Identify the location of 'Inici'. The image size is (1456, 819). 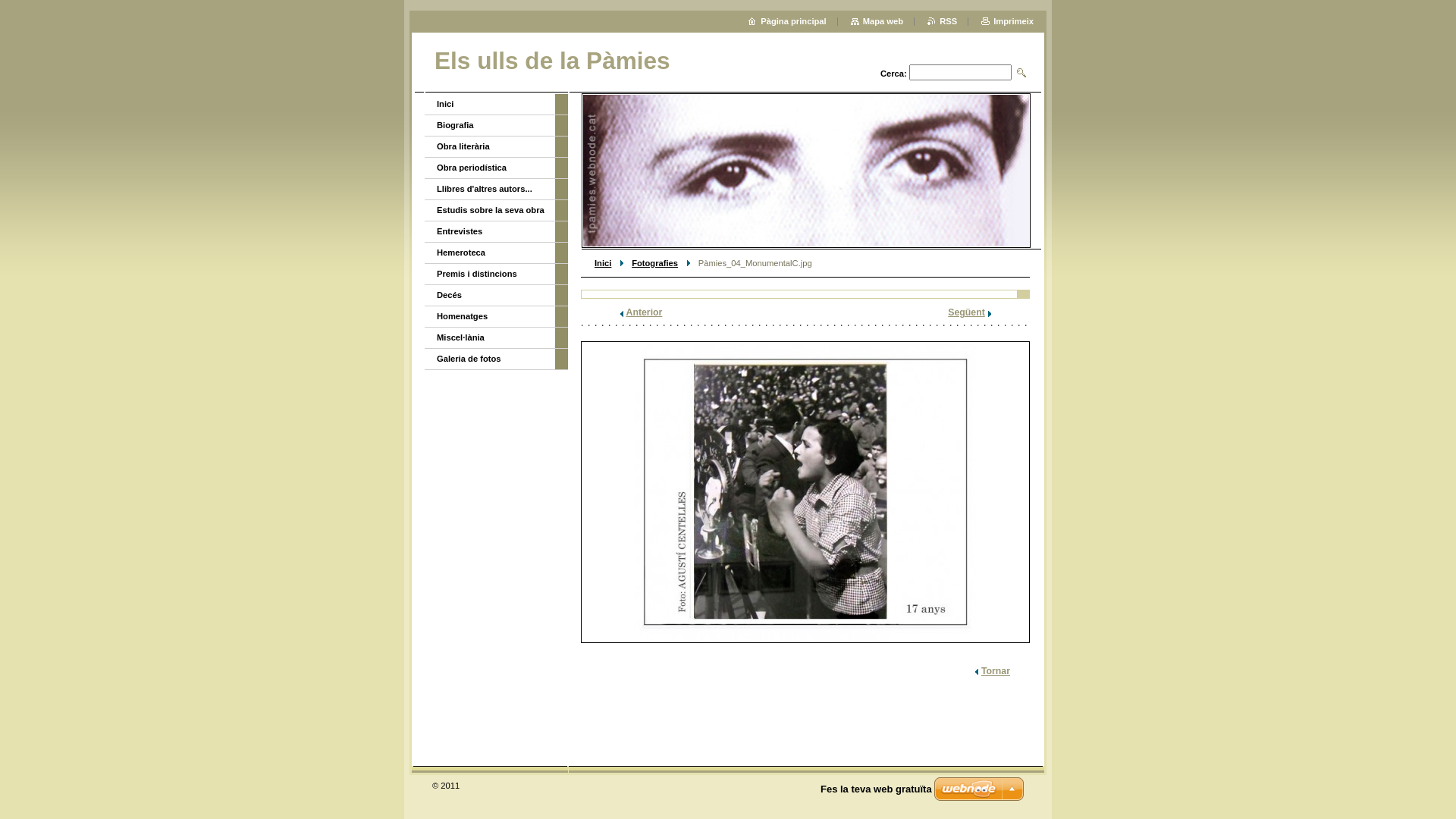
(490, 103).